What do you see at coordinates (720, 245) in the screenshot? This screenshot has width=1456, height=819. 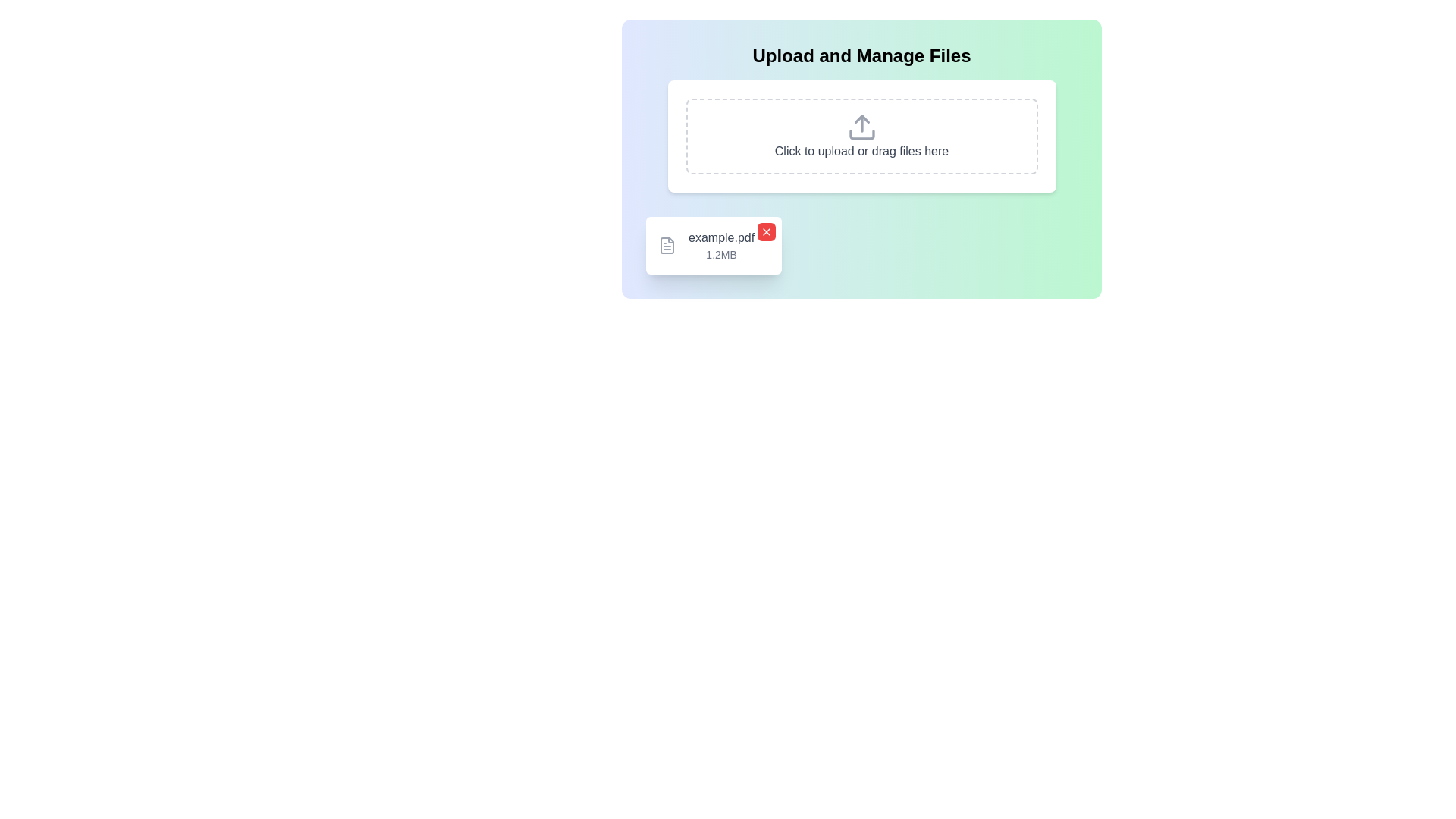 I see `the static text display element showing 'example.pdf' and '1.2MB' in the file upload section, located under the 'Upload and Manage Files' header` at bounding box center [720, 245].